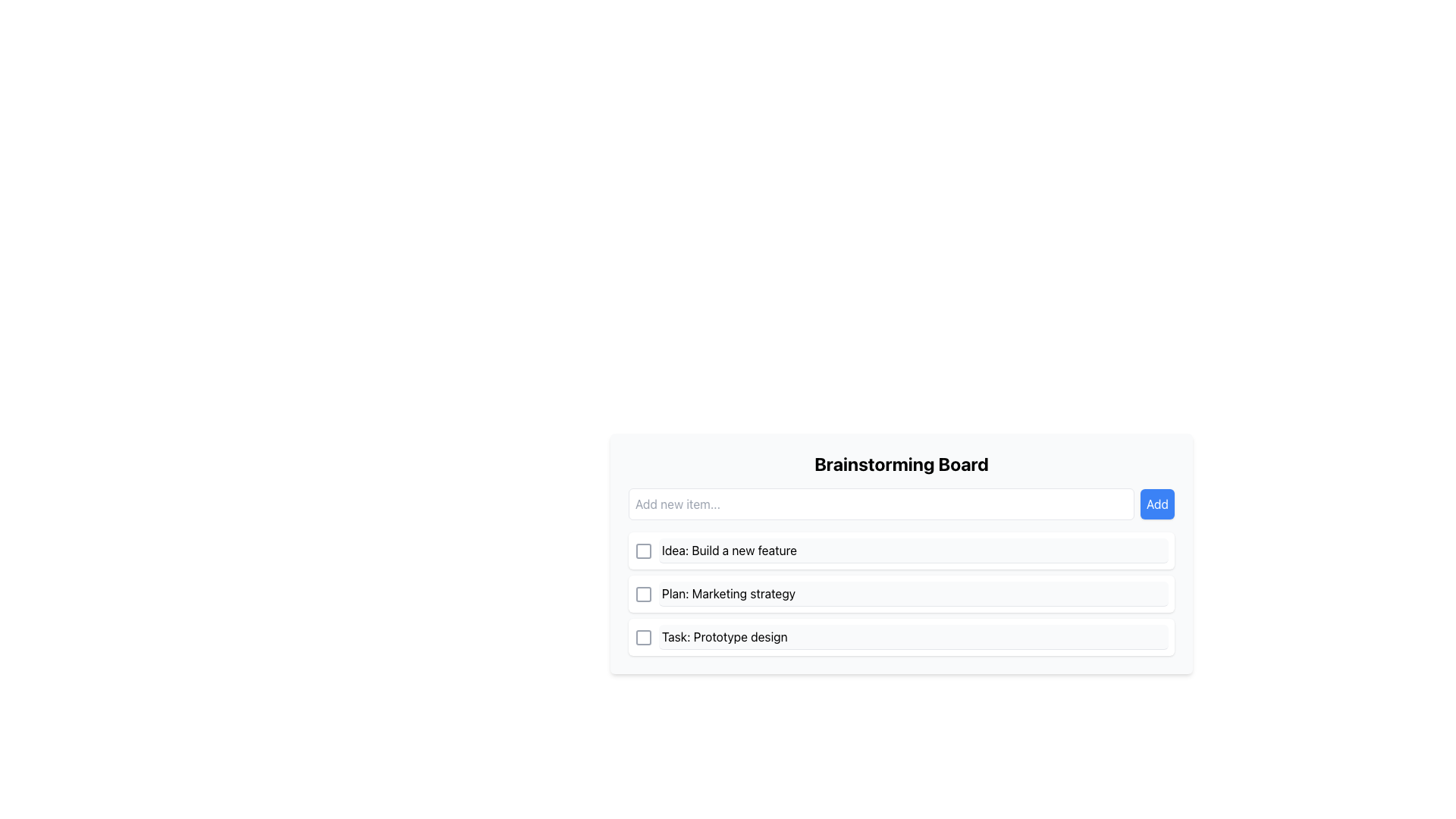 Image resolution: width=1456 pixels, height=819 pixels. I want to click on the rounded square icon located next to the text 'Plan: Marketing strategy' to interact with it, so click(644, 593).